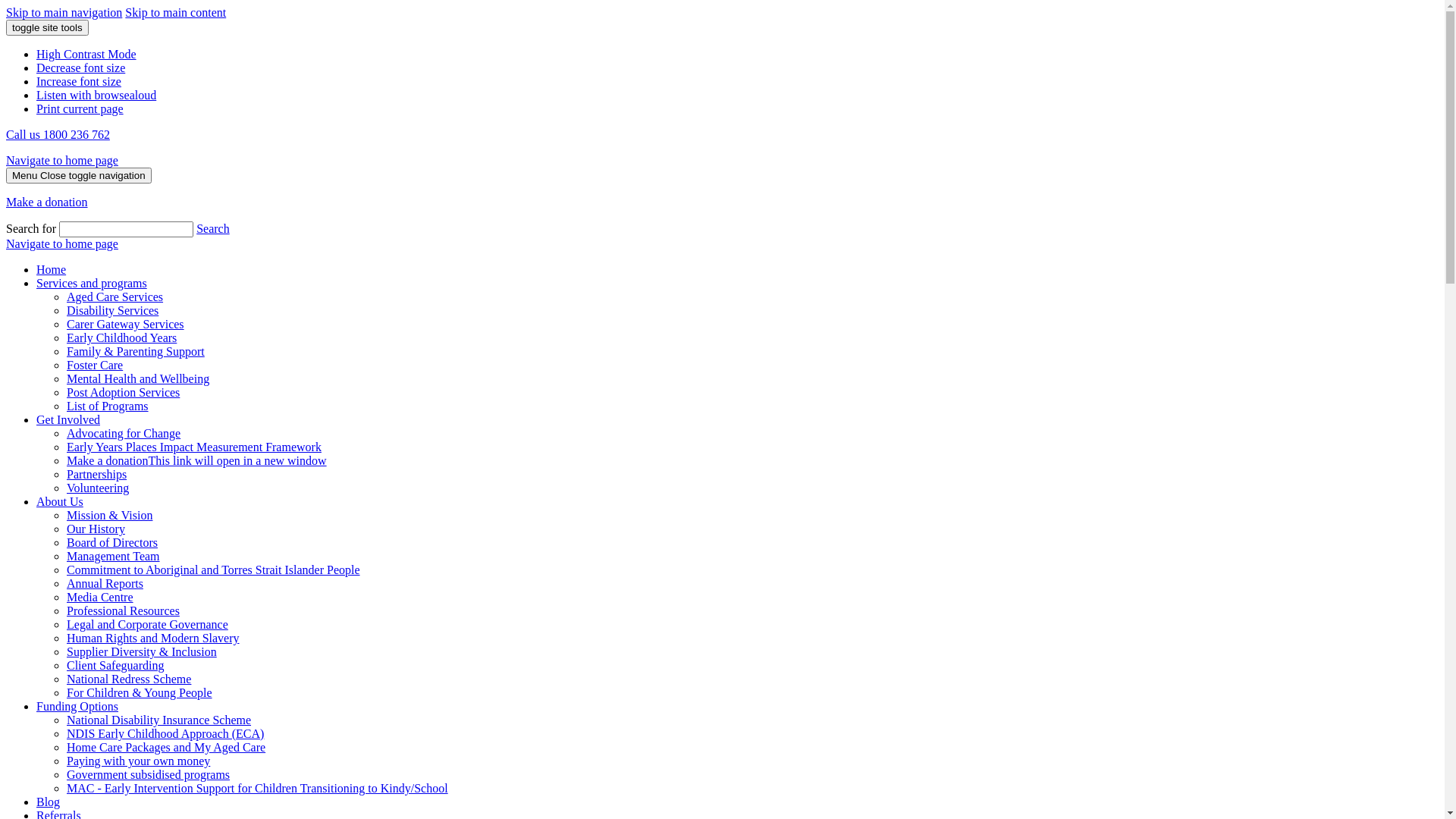  What do you see at coordinates (6, 27) in the screenshot?
I see `'toggle site tools'` at bounding box center [6, 27].